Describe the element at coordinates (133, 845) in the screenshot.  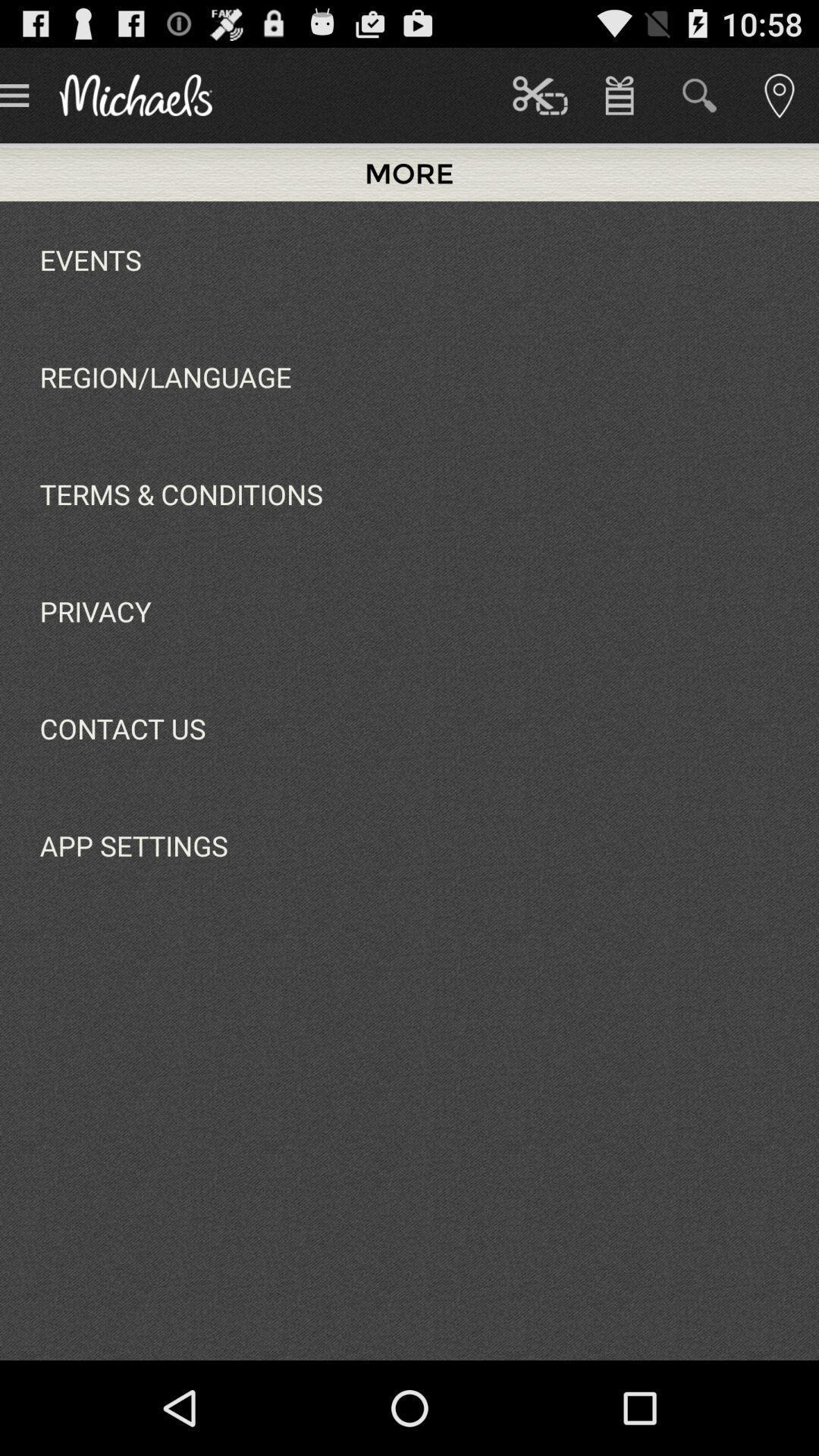
I see `app settings app` at that location.